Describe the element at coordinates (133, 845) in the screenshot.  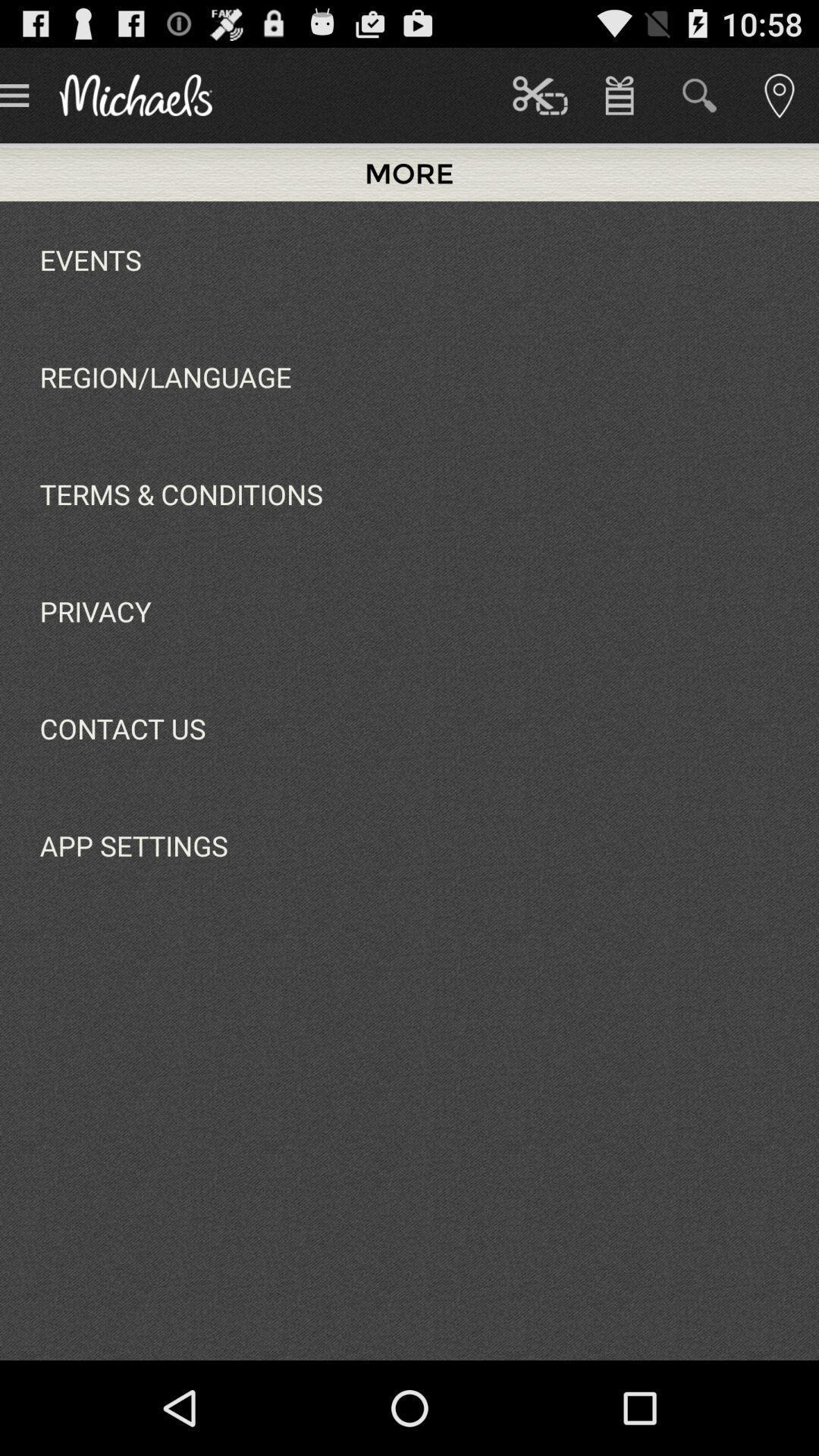
I see `app settings app` at that location.